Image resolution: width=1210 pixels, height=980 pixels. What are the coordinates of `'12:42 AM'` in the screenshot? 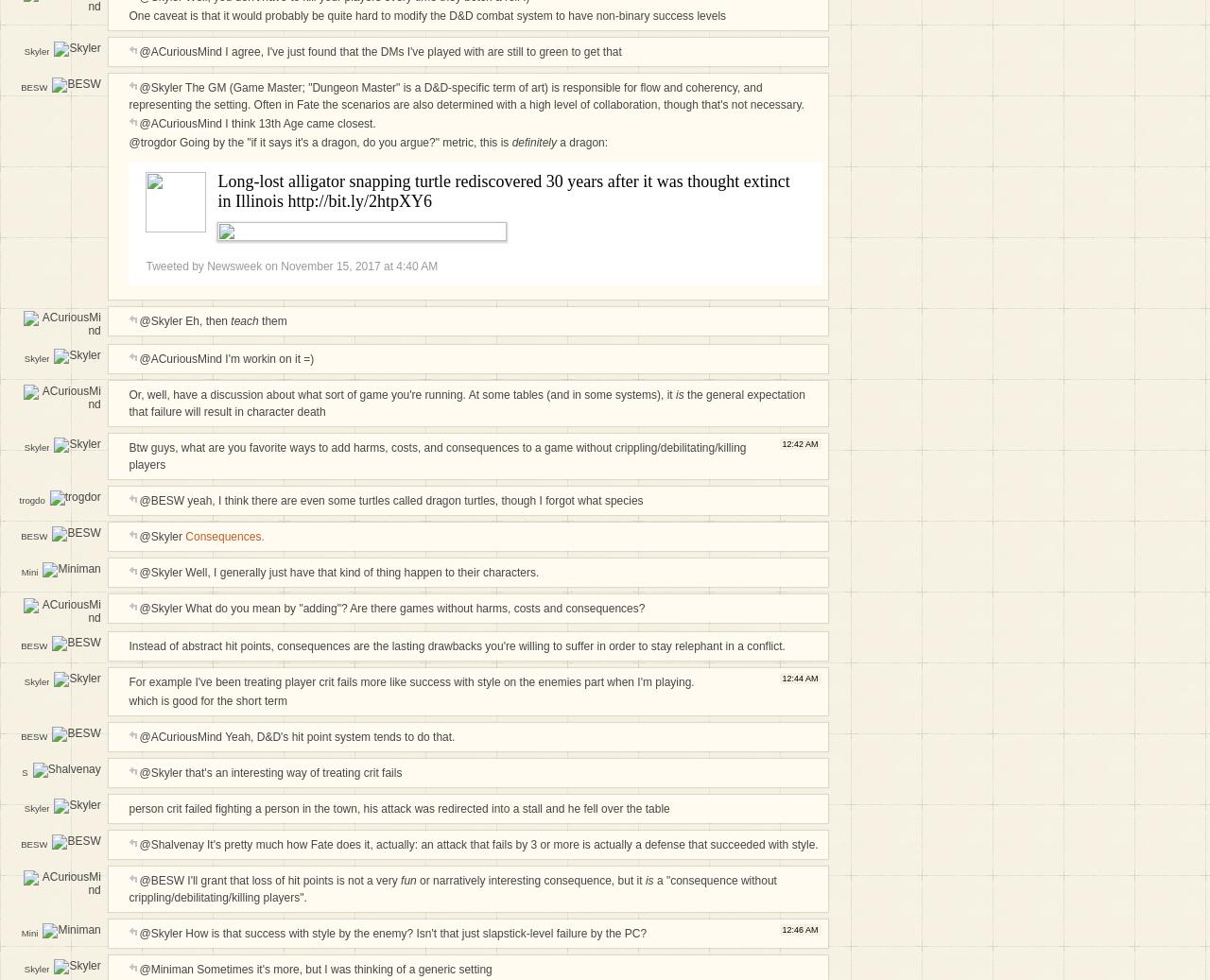 It's located at (799, 442).